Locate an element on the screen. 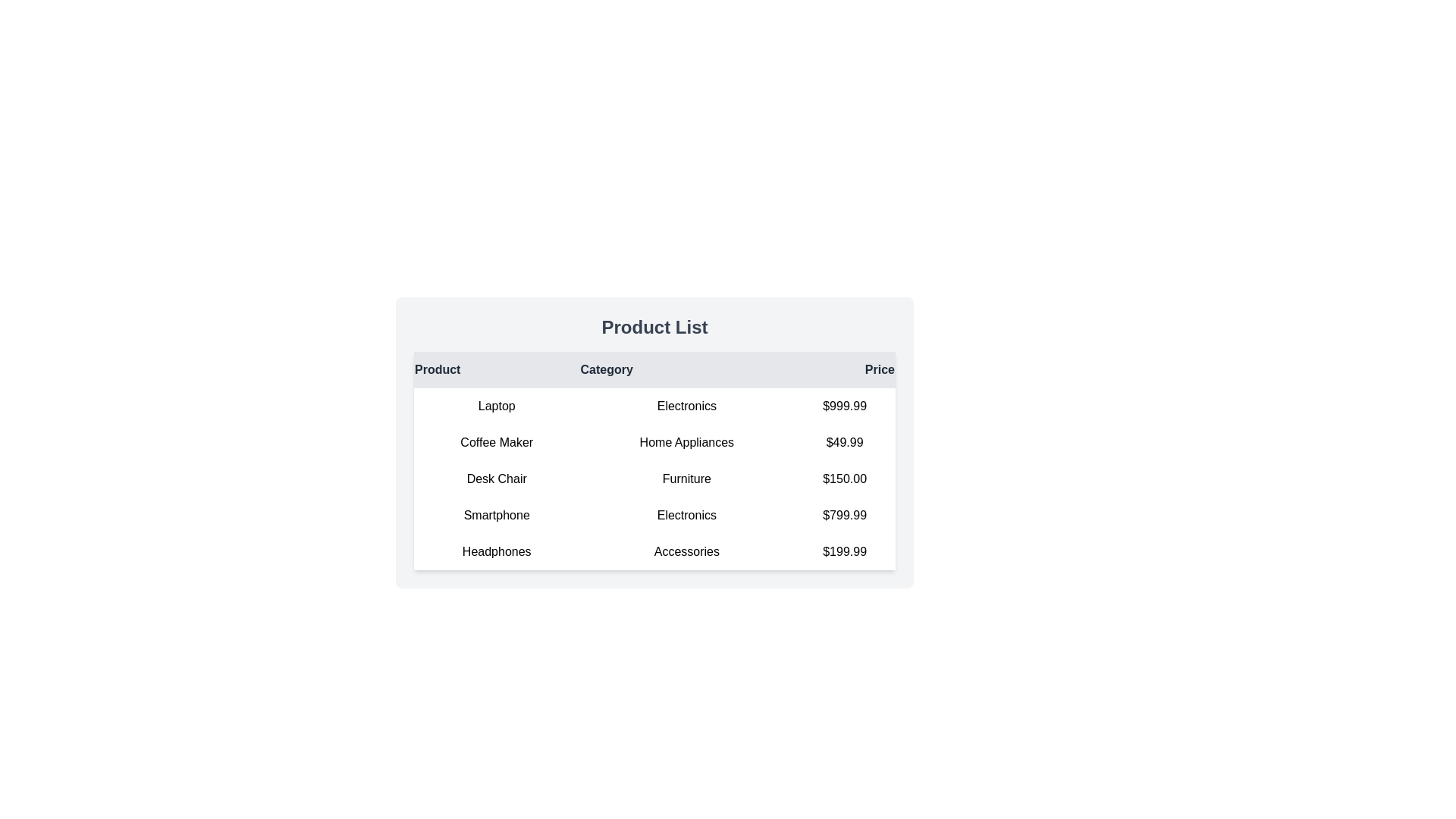 The width and height of the screenshot is (1456, 819). the static text element displaying 'Coffee Maker', which is centrally aligned in the 'Product List' table under the 'Product' column is located at coordinates (497, 442).